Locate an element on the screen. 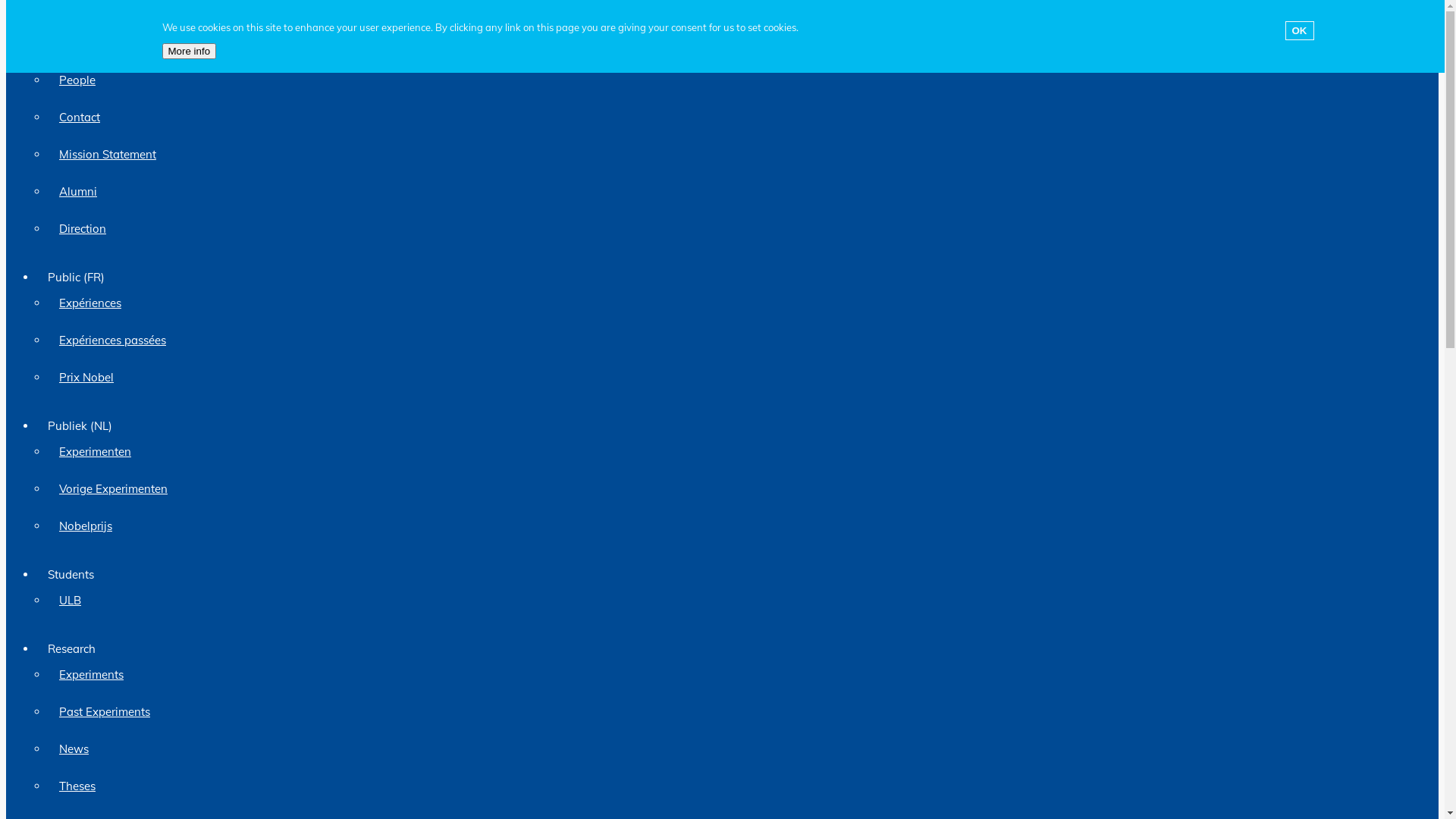  'OK' is located at coordinates (1298, 30).